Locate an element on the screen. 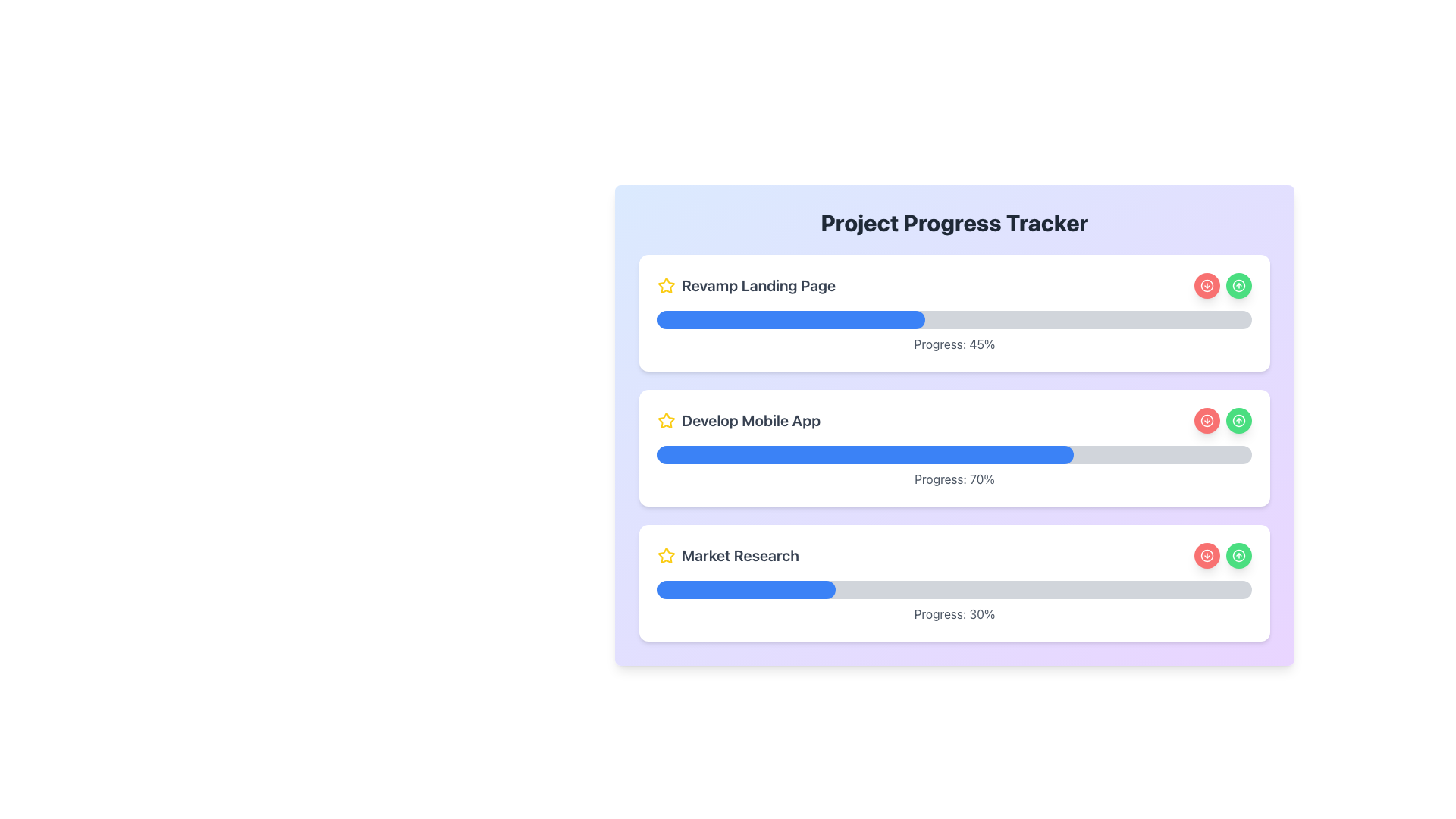  the Progress Indicator of the 'Market Research' task, which visually indicates the completion percentage using a horizontal blue bar is located at coordinates (746, 589).